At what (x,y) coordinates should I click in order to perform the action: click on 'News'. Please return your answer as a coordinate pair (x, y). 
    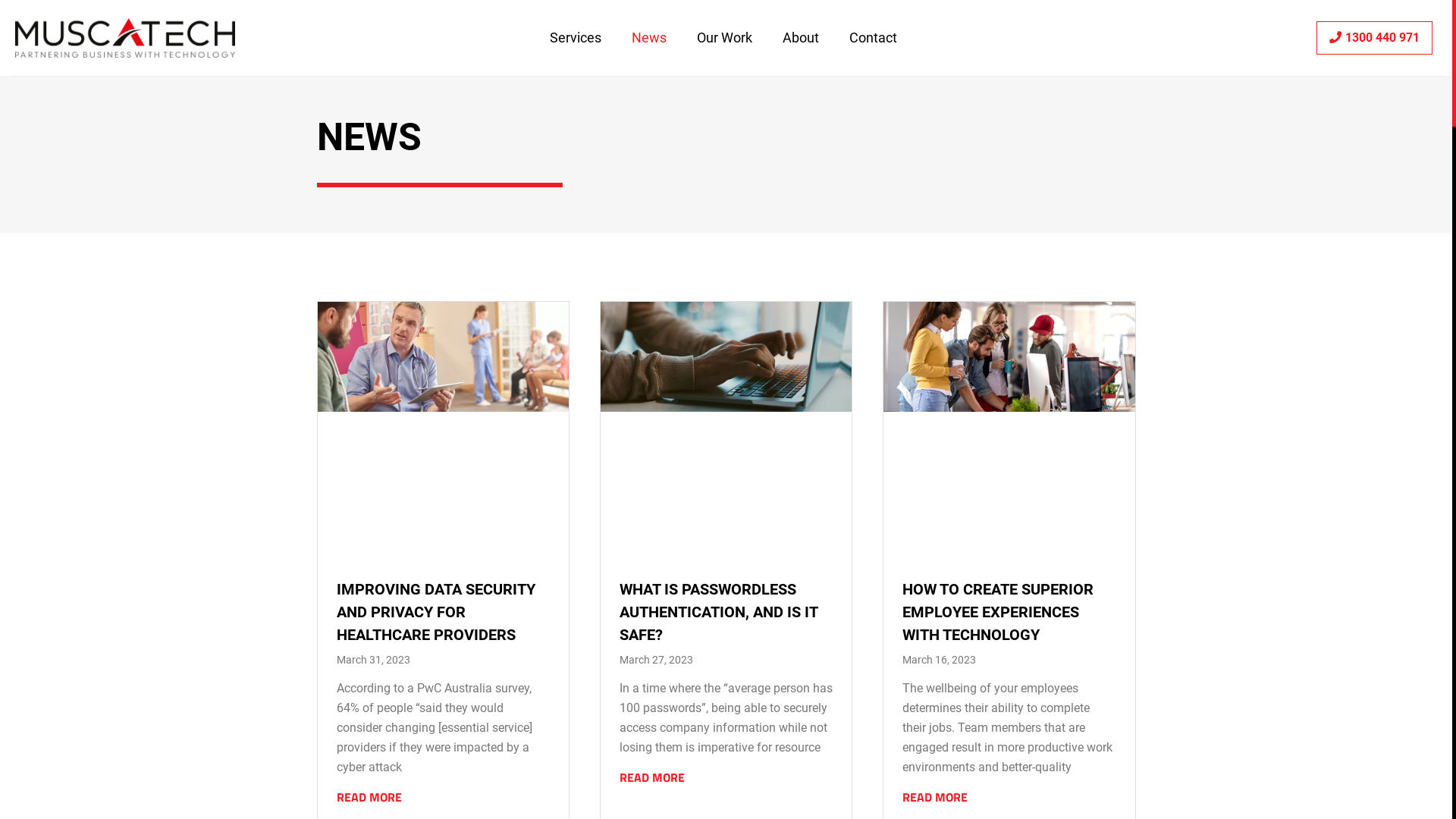
    Looking at the image, I should click on (648, 37).